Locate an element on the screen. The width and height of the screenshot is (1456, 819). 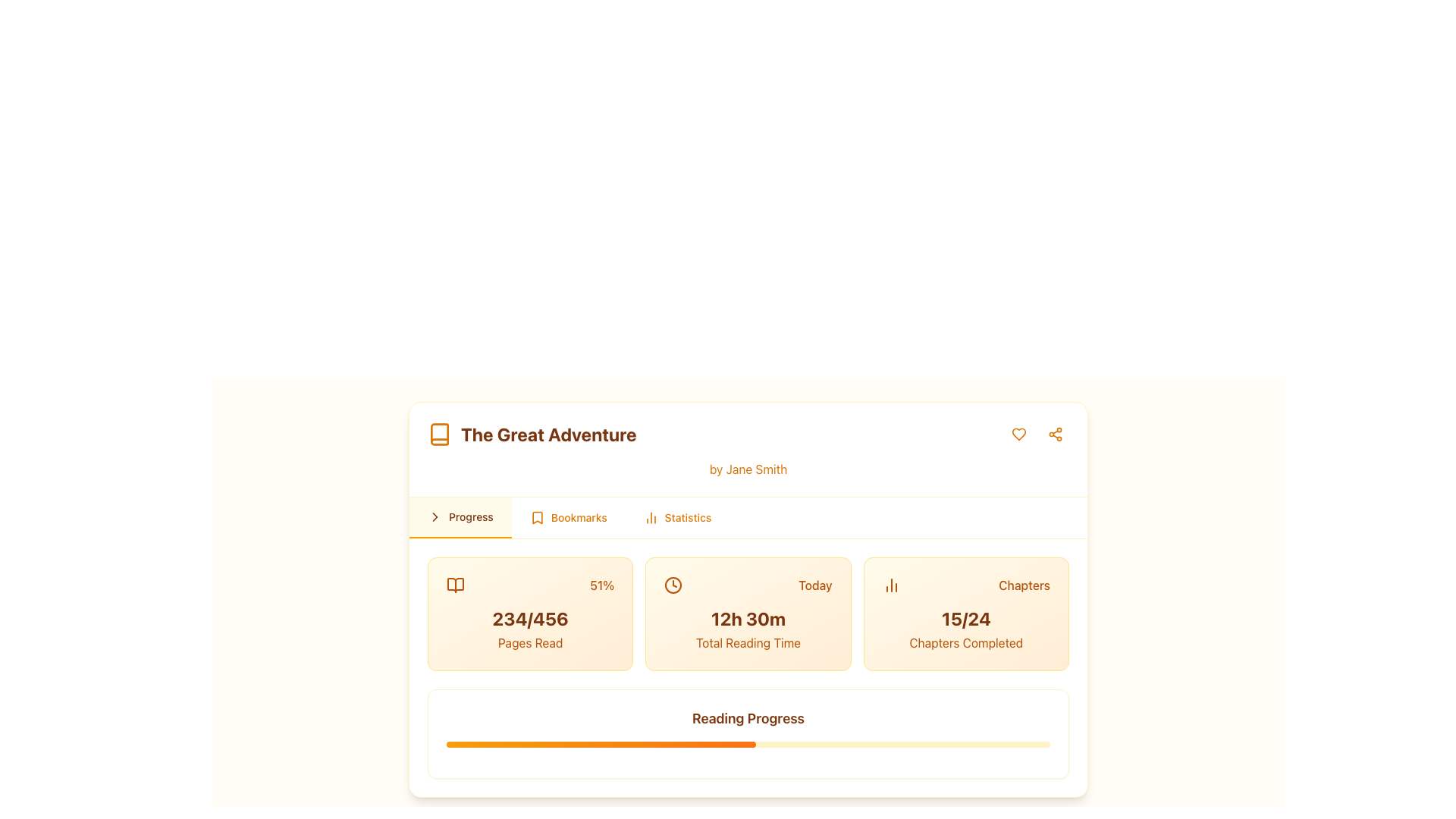
the filled portion of the progress bar segment, which is a narrow, rounded bar transitioning from amber to orange, located at the bottom of the 'Reading Progress' card is located at coordinates (601, 744).